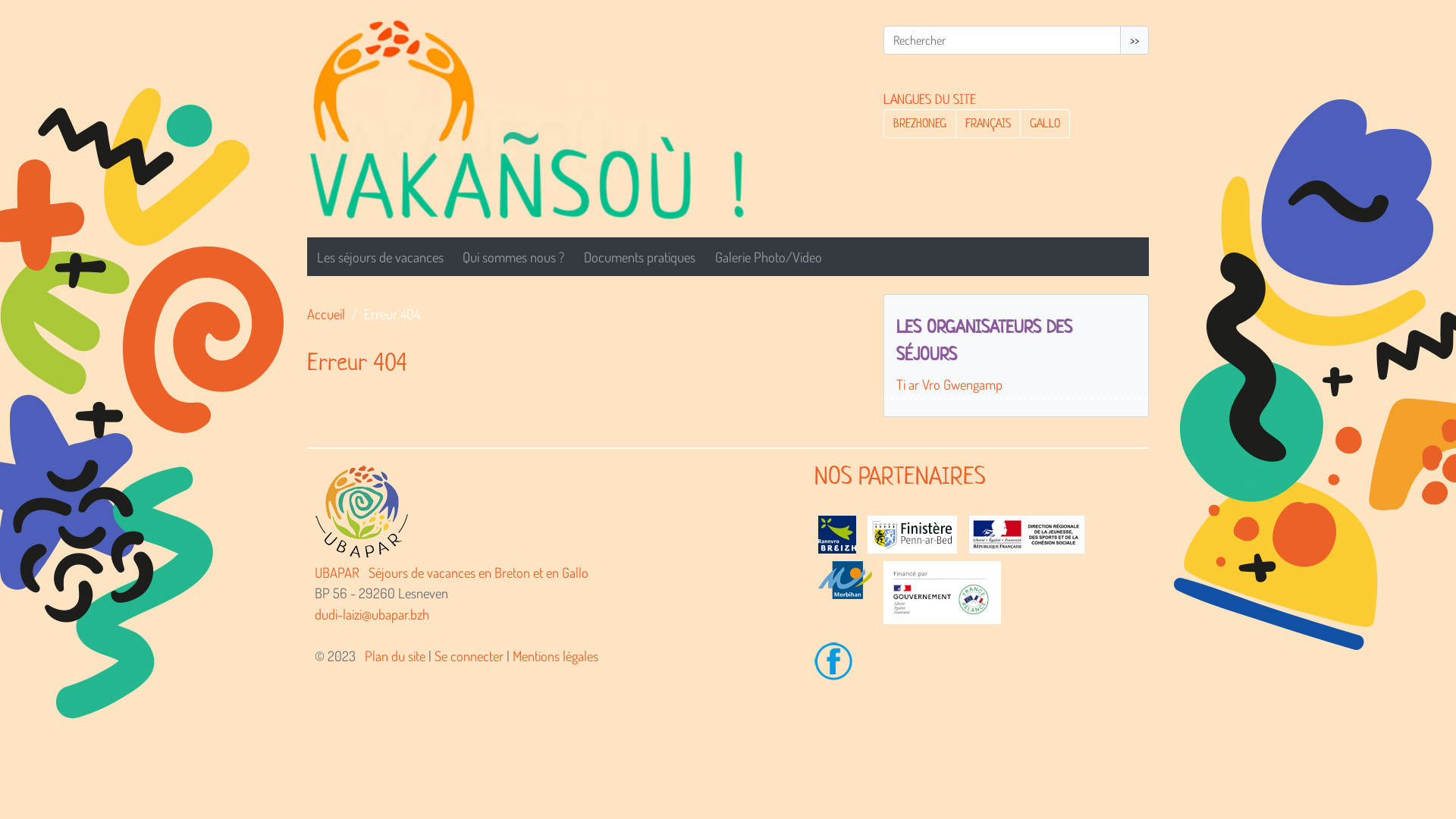 Image resolution: width=1456 pixels, height=819 pixels. What do you see at coordinates (513, 256) in the screenshot?
I see `'Qui sommes nous ?'` at bounding box center [513, 256].